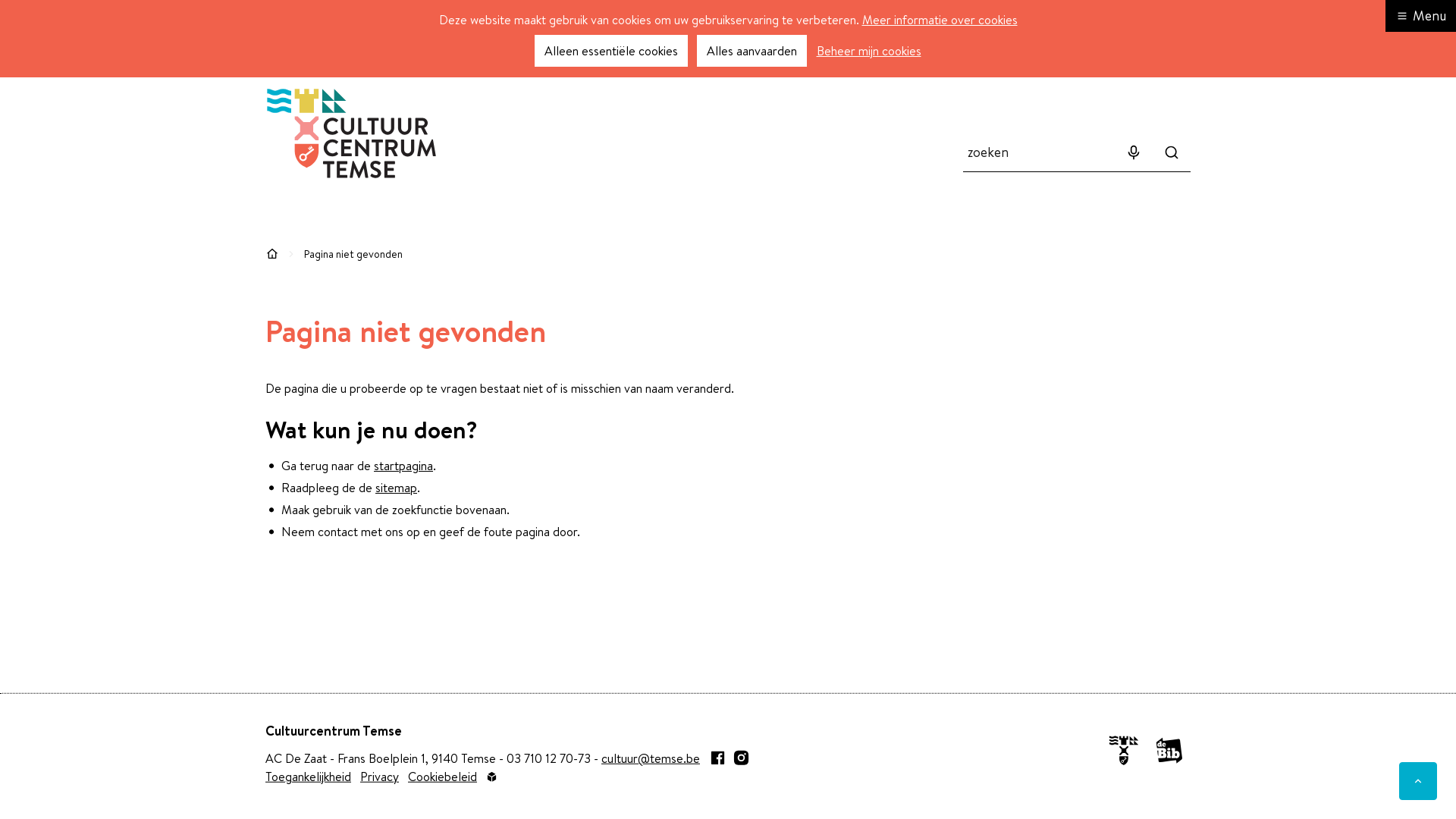 The image size is (1456, 819). What do you see at coordinates (1114, 152) in the screenshot?
I see `'Opzoeking via microfoon activeren'` at bounding box center [1114, 152].